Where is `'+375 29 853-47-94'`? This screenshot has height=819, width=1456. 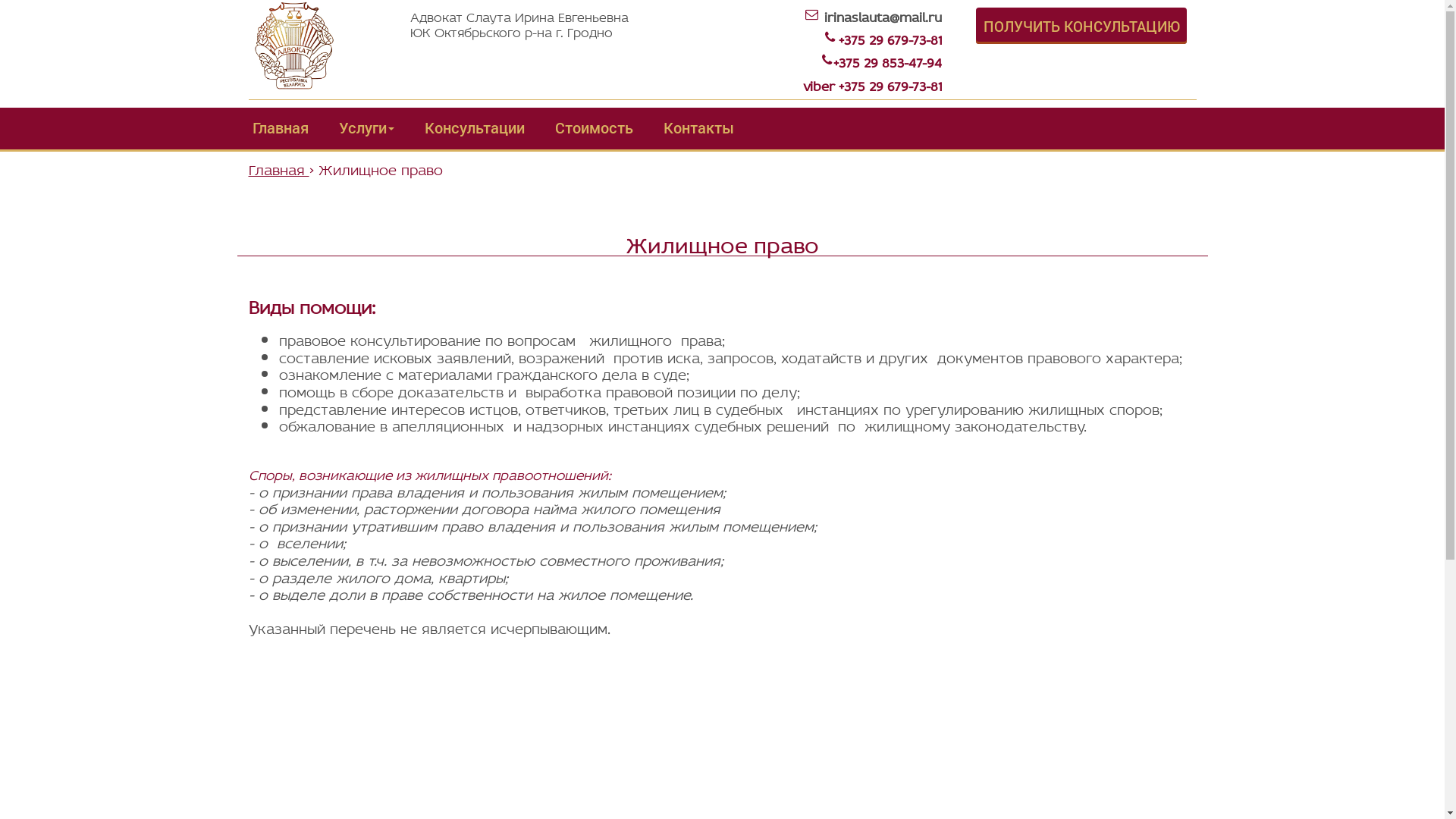
'+375 29 853-47-94' is located at coordinates (833, 60).